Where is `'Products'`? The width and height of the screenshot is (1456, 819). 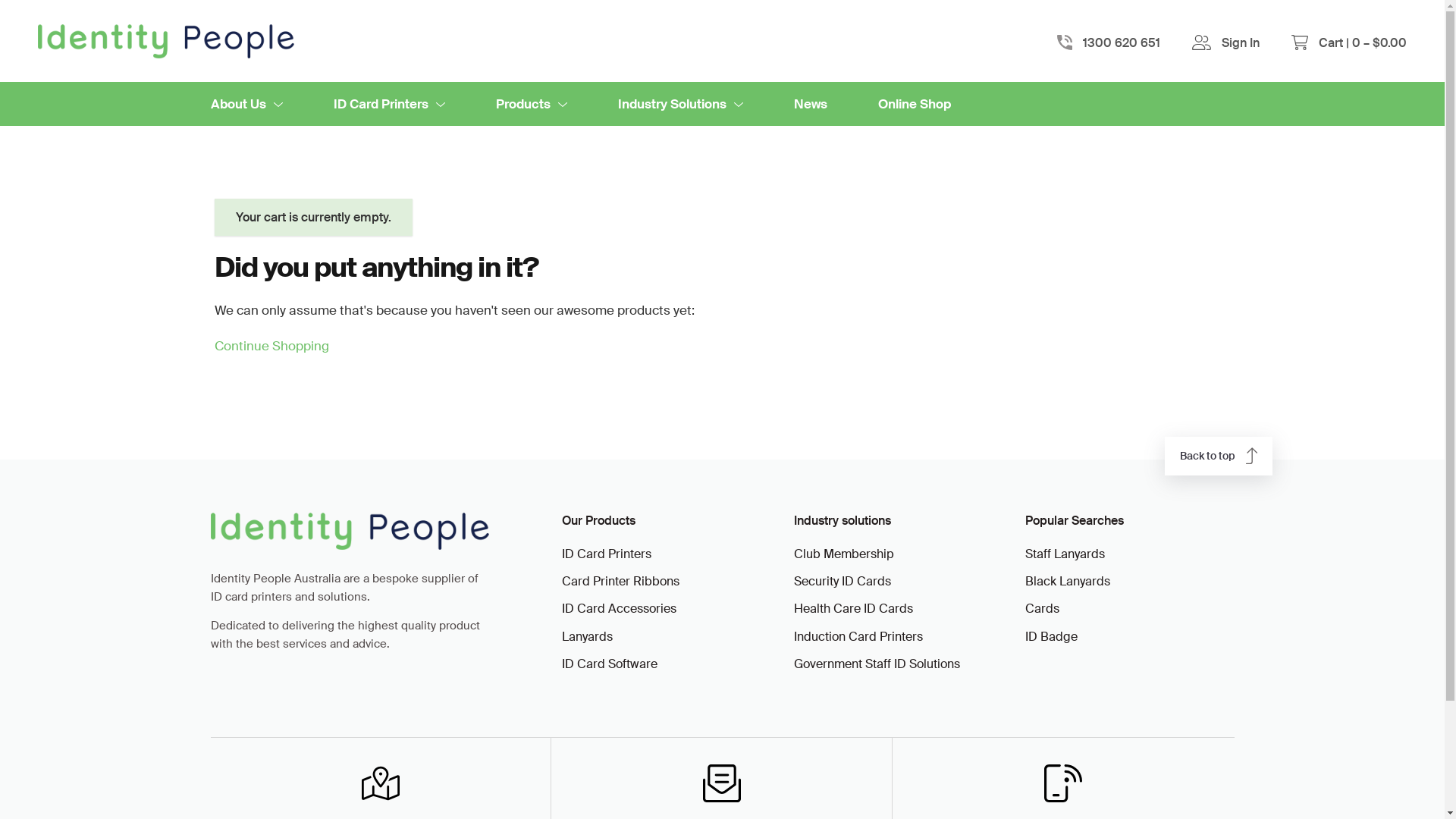 'Products' is located at coordinates (531, 103).